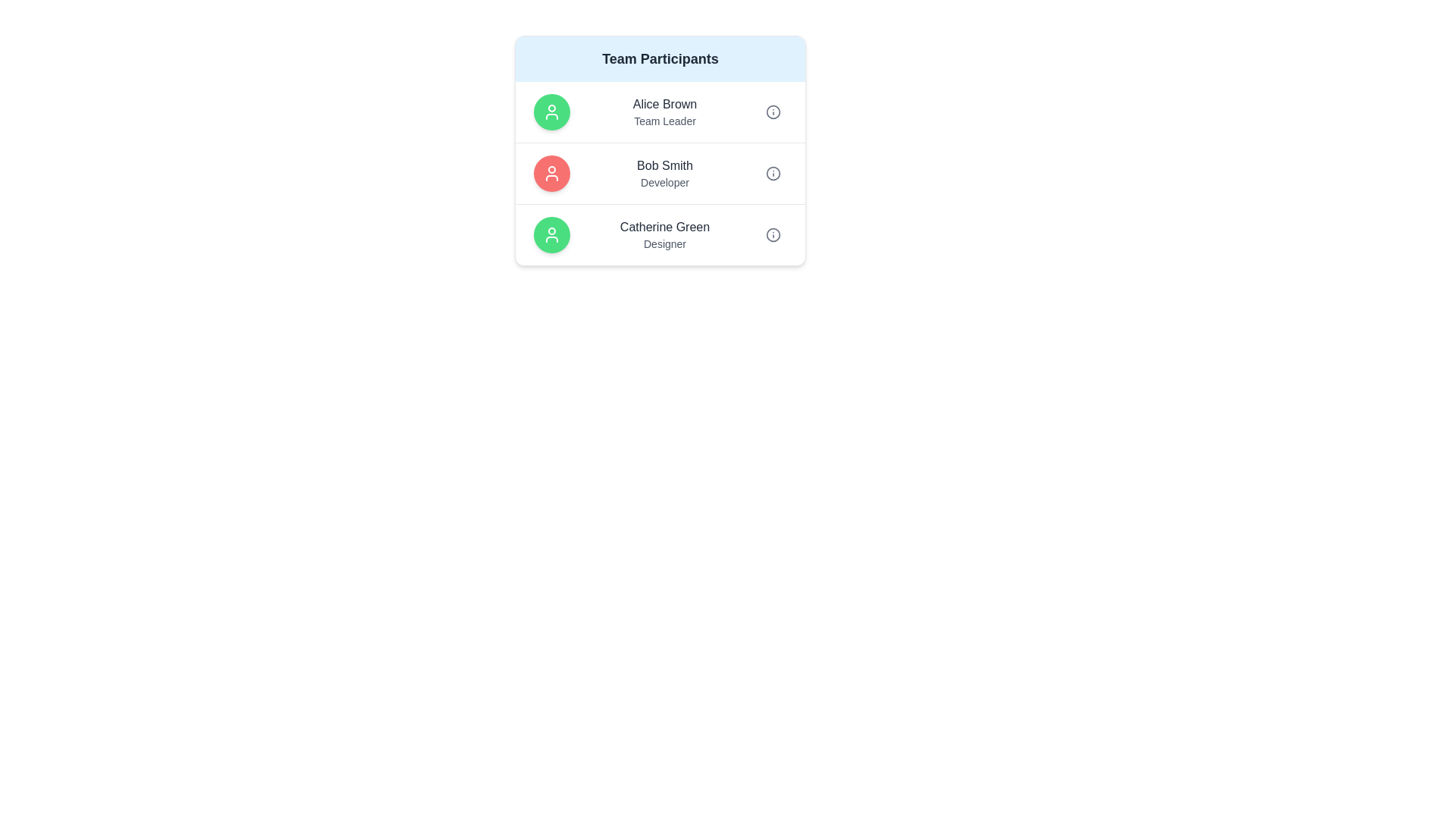 The width and height of the screenshot is (1456, 819). I want to click on the user identification icon representing 'Bob Smith', the second icon in the participant list, which visually indicates his role as a Developer, so click(551, 172).